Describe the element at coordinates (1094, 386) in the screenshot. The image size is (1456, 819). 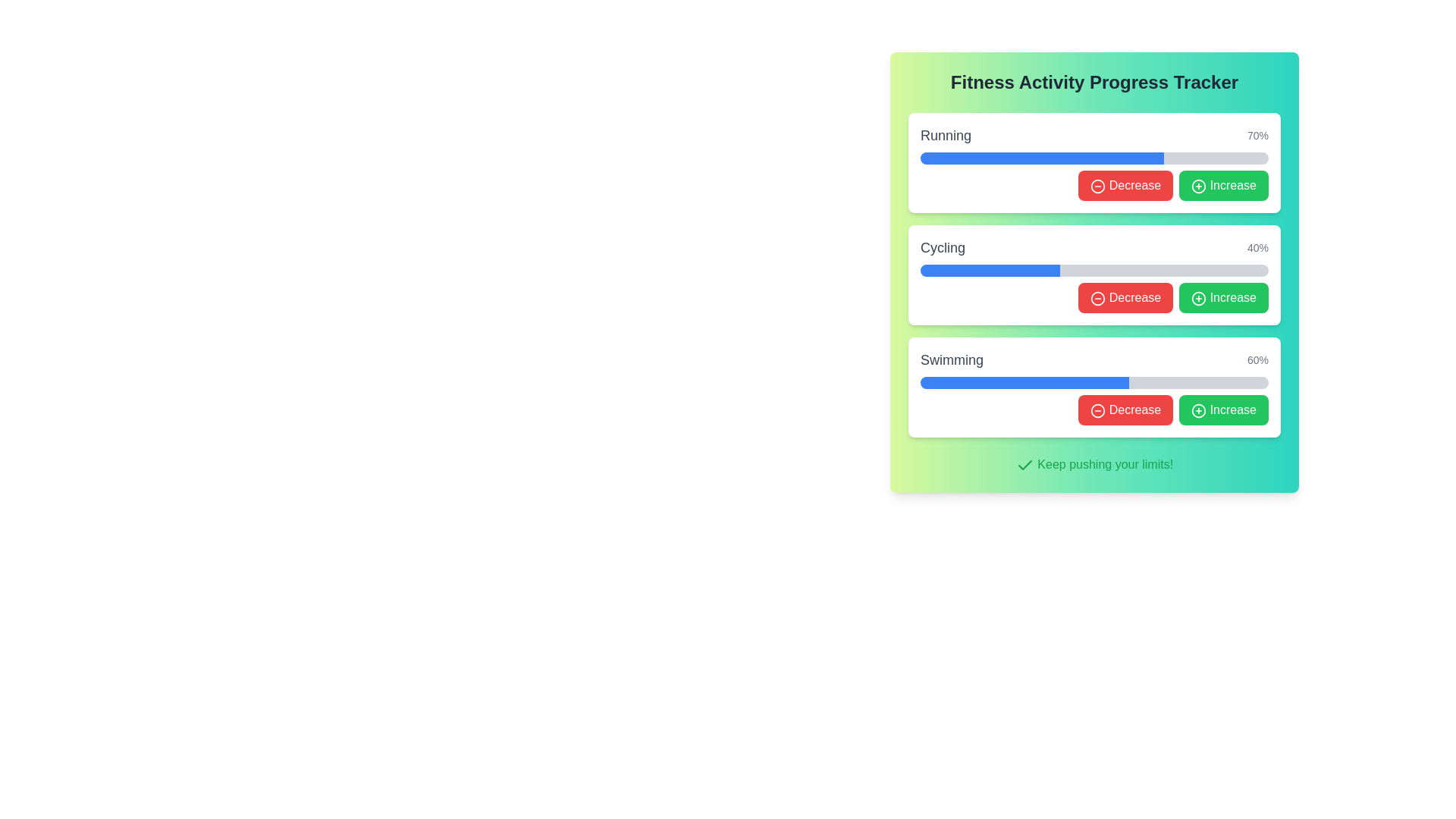
I see `the 'Swimming' activity progress card, which is the third card in the vertically arranged list under the 'Fitness Activity Progress Tracker'` at that location.